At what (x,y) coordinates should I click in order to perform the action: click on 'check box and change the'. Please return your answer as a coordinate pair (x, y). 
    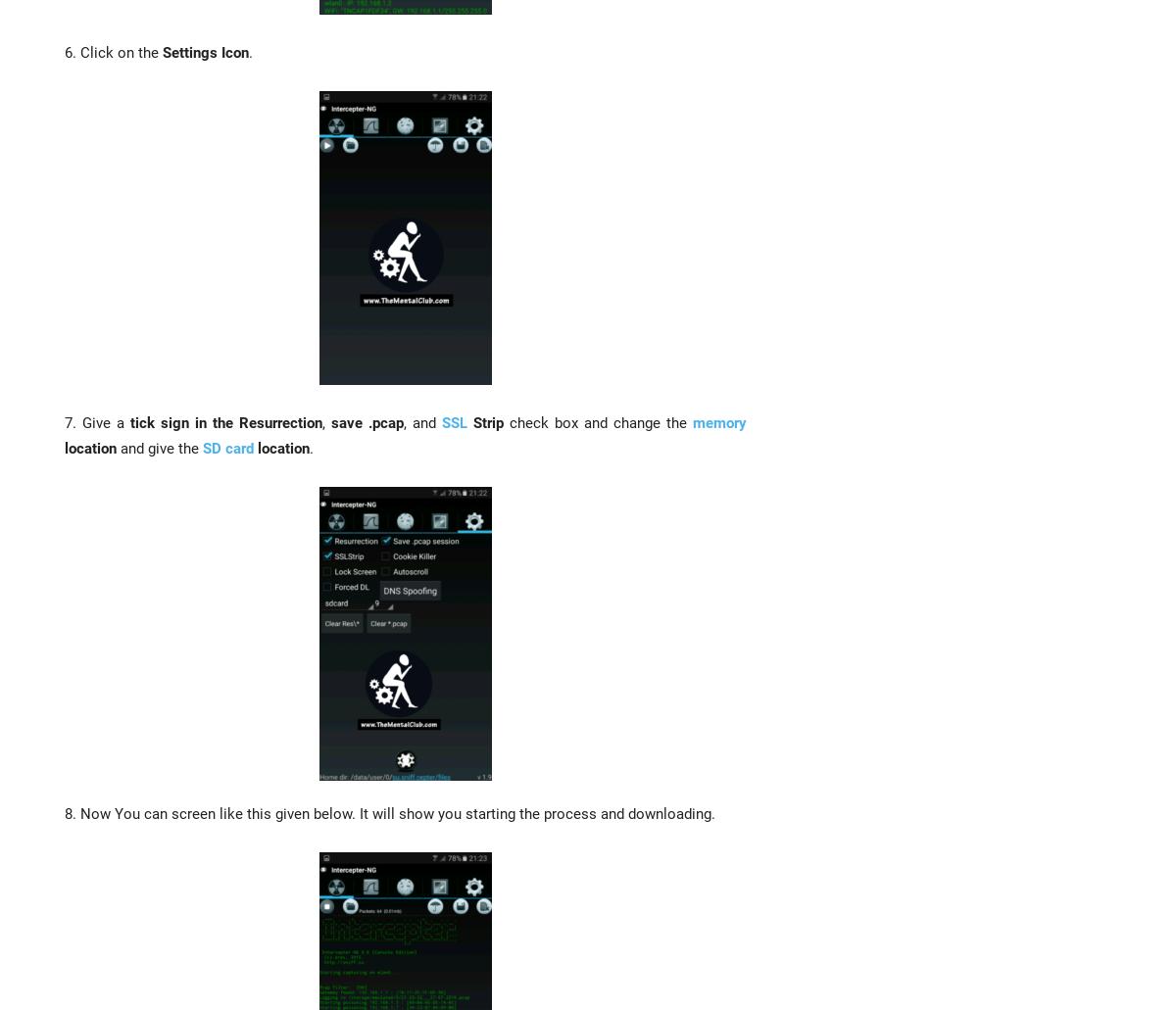
    Looking at the image, I should click on (598, 421).